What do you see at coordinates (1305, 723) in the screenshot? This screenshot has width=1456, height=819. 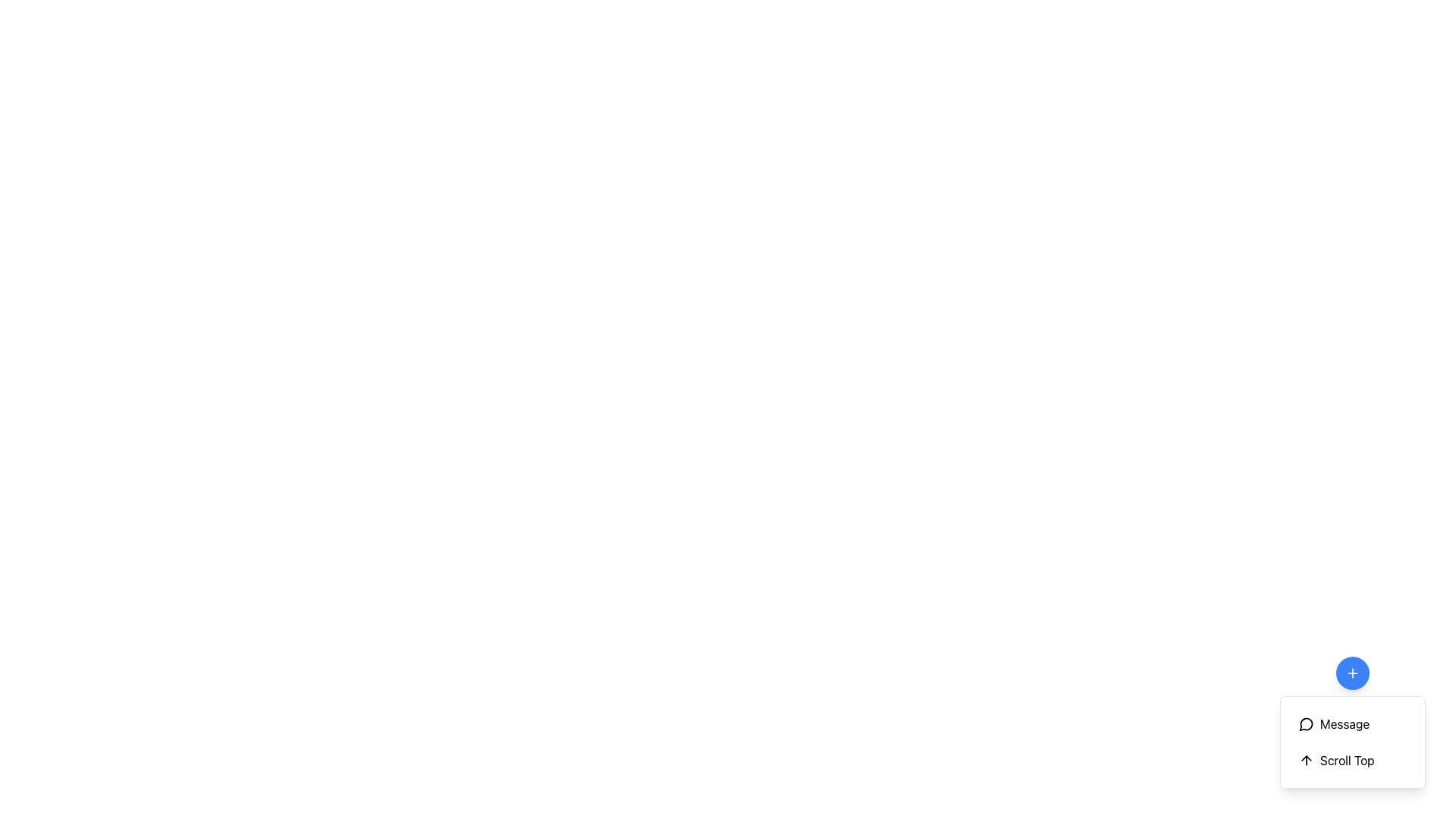 I see `the tail of the speech bubble icon which is located in the bottom-left portion of the icon` at bounding box center [1305, 723].